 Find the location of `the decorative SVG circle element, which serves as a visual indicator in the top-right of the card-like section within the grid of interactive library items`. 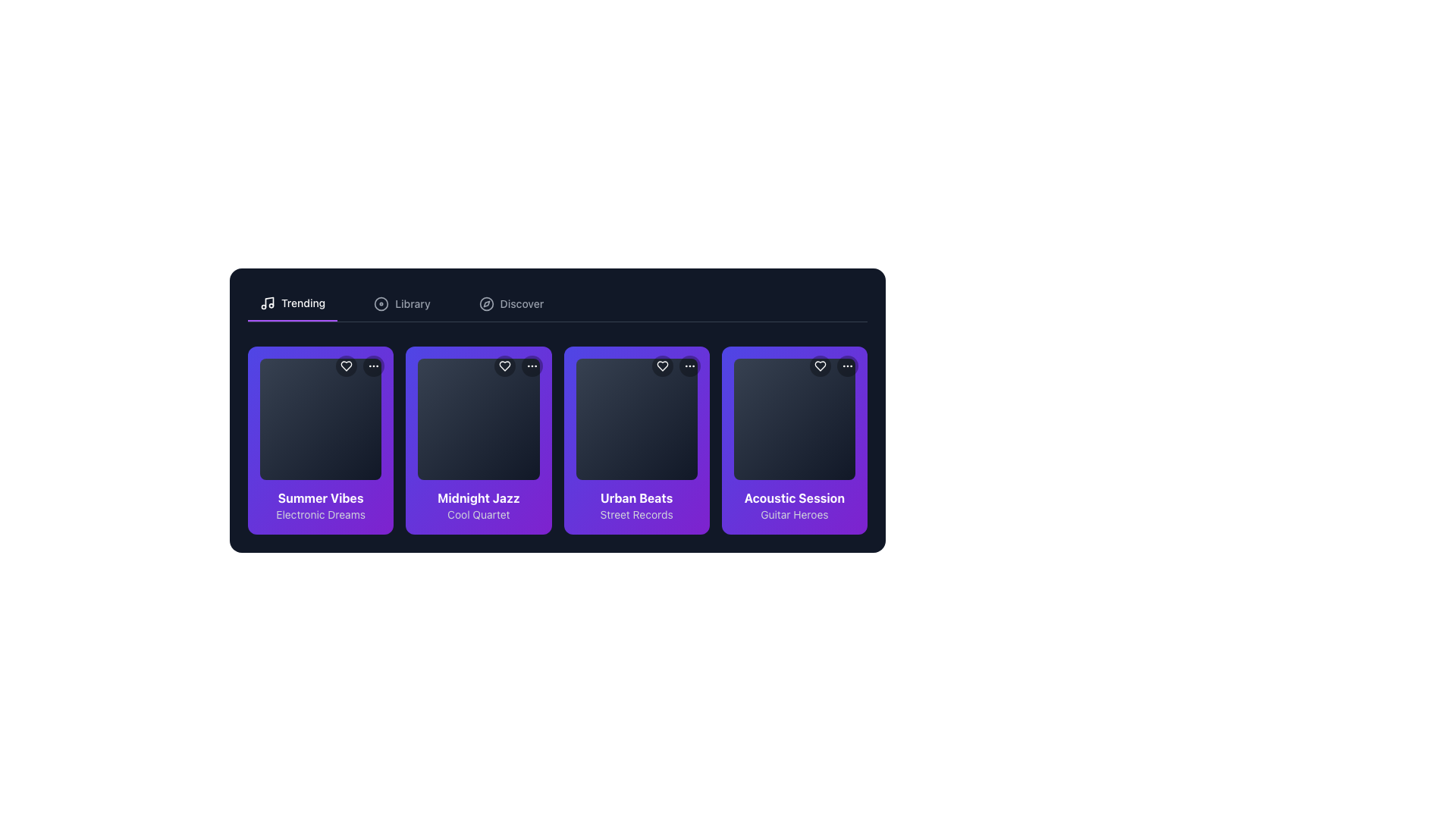

the decorative SVG circle element, which serves as a visual indicator in the top-right of the card-like section within the grid of interactive library items is located at coordinates (381, 304).